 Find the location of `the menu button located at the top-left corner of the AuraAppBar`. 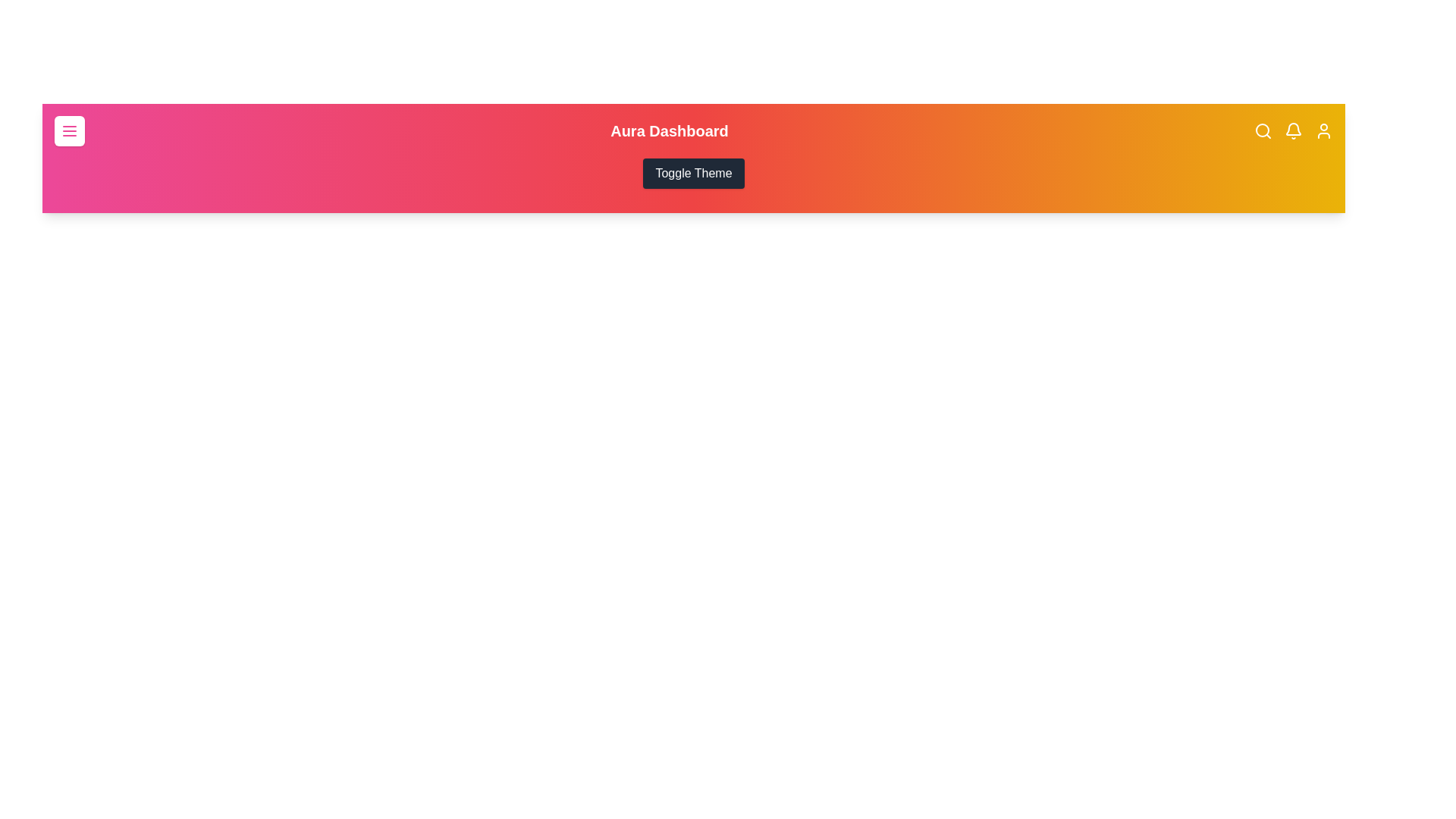

the menu button located at the top-left corner of the AuraAppBar is located at coordinates (68, 130).